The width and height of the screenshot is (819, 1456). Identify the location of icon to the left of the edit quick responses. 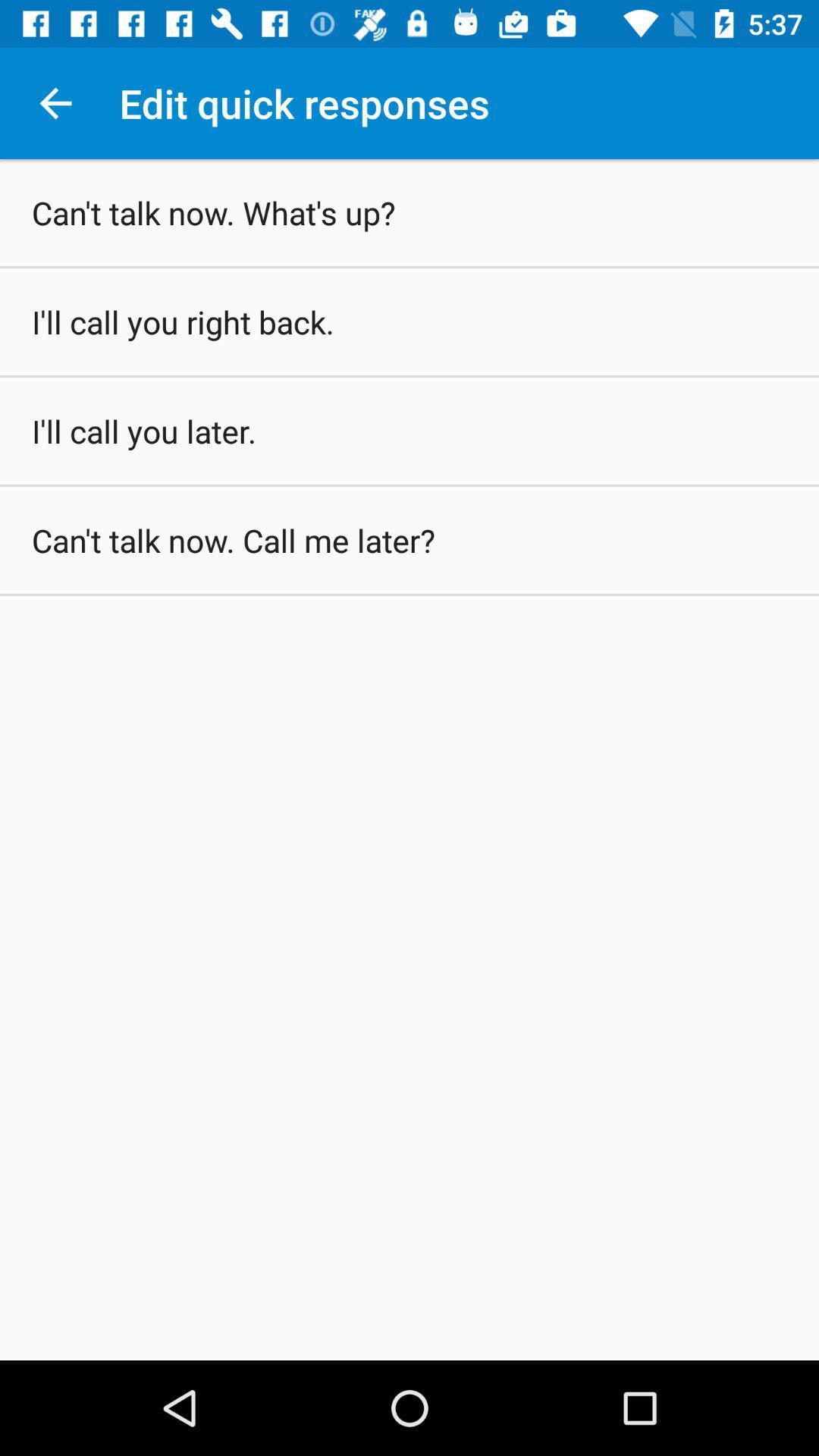
(55, 102).